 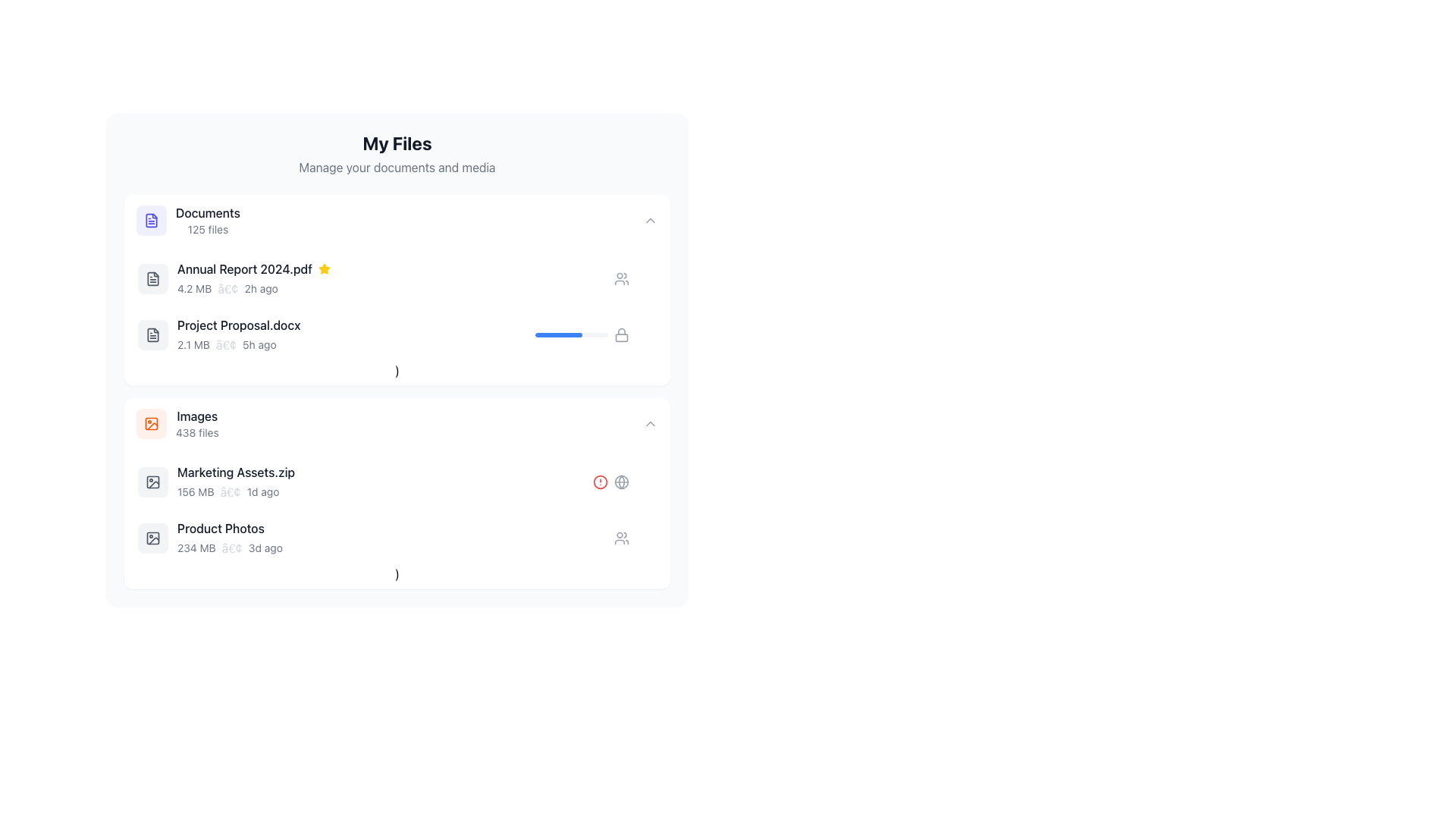 What do you see at coordinates (227, 289) in the screenshot?
I see `the textual symbol that serves as a visual delimiter between the '4.2 MB' text and the '2h ago' text in the file information row` at bounding box center [227, 289].